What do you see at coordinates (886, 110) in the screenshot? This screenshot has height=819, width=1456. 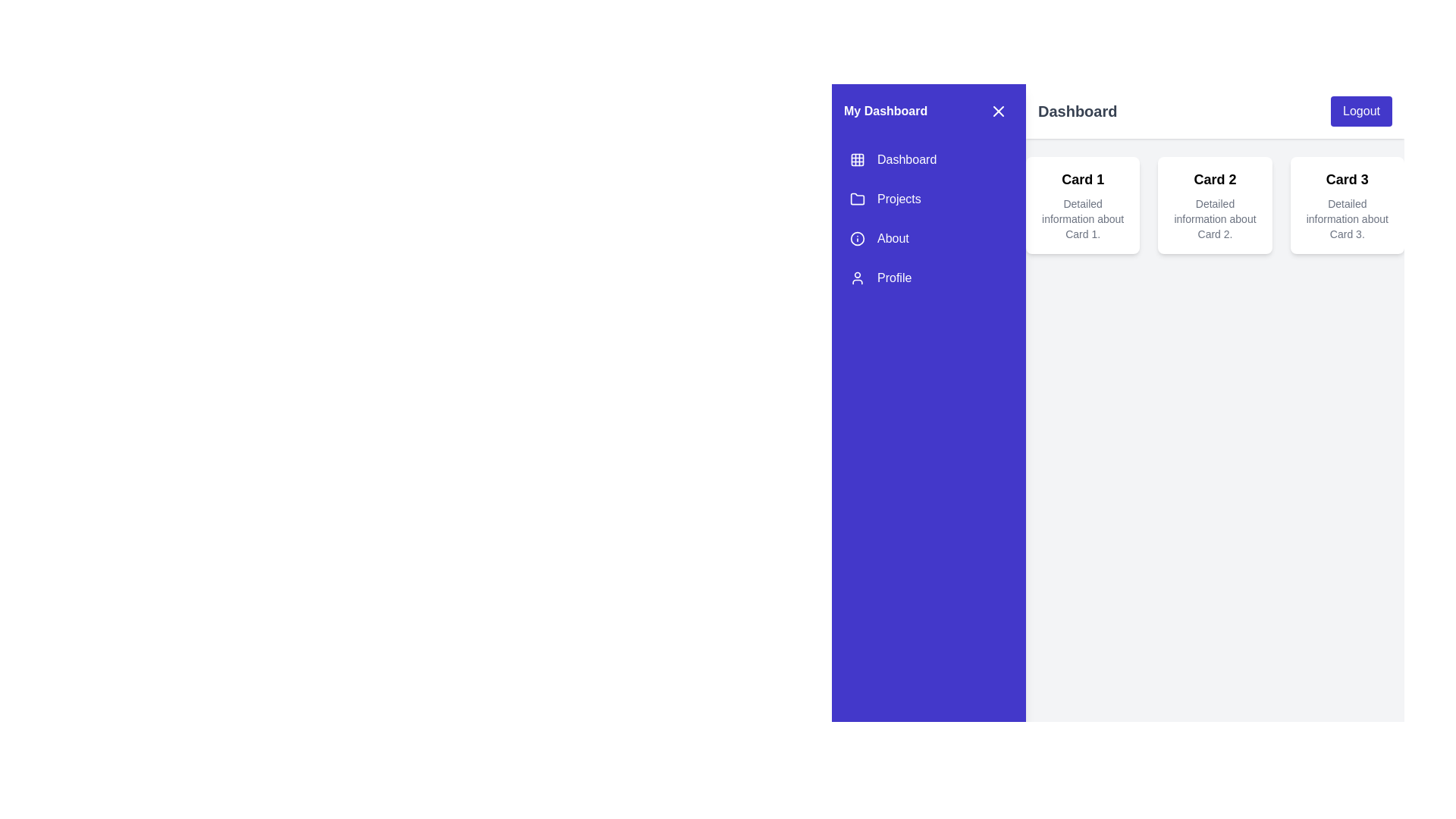 I see `the bold text label displaying 'My Dashboard' located at the top-left corner of the blue sidebar` at bounding box center [886, 110].